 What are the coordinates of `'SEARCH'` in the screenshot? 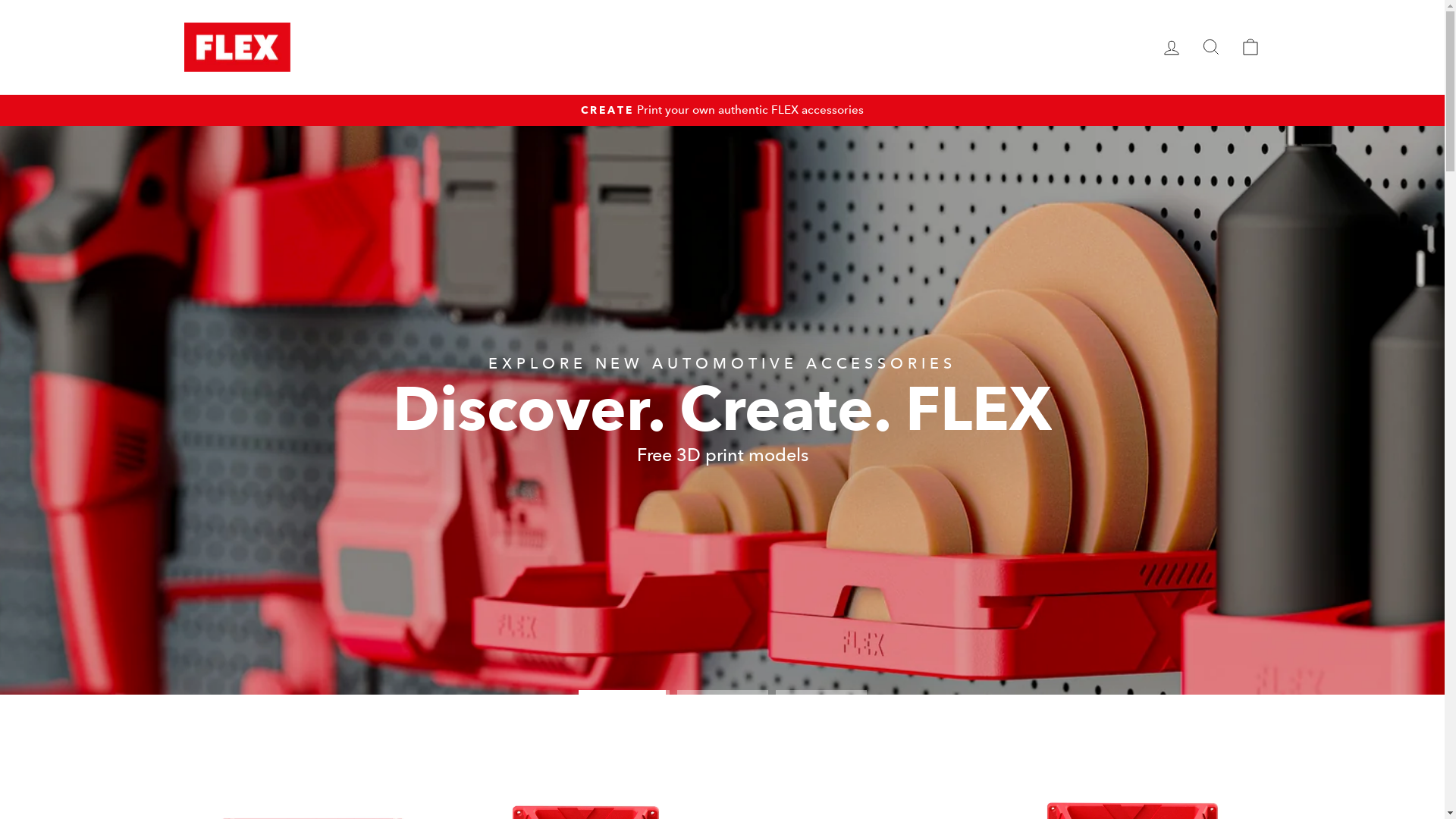 It's located at (1210, 46).